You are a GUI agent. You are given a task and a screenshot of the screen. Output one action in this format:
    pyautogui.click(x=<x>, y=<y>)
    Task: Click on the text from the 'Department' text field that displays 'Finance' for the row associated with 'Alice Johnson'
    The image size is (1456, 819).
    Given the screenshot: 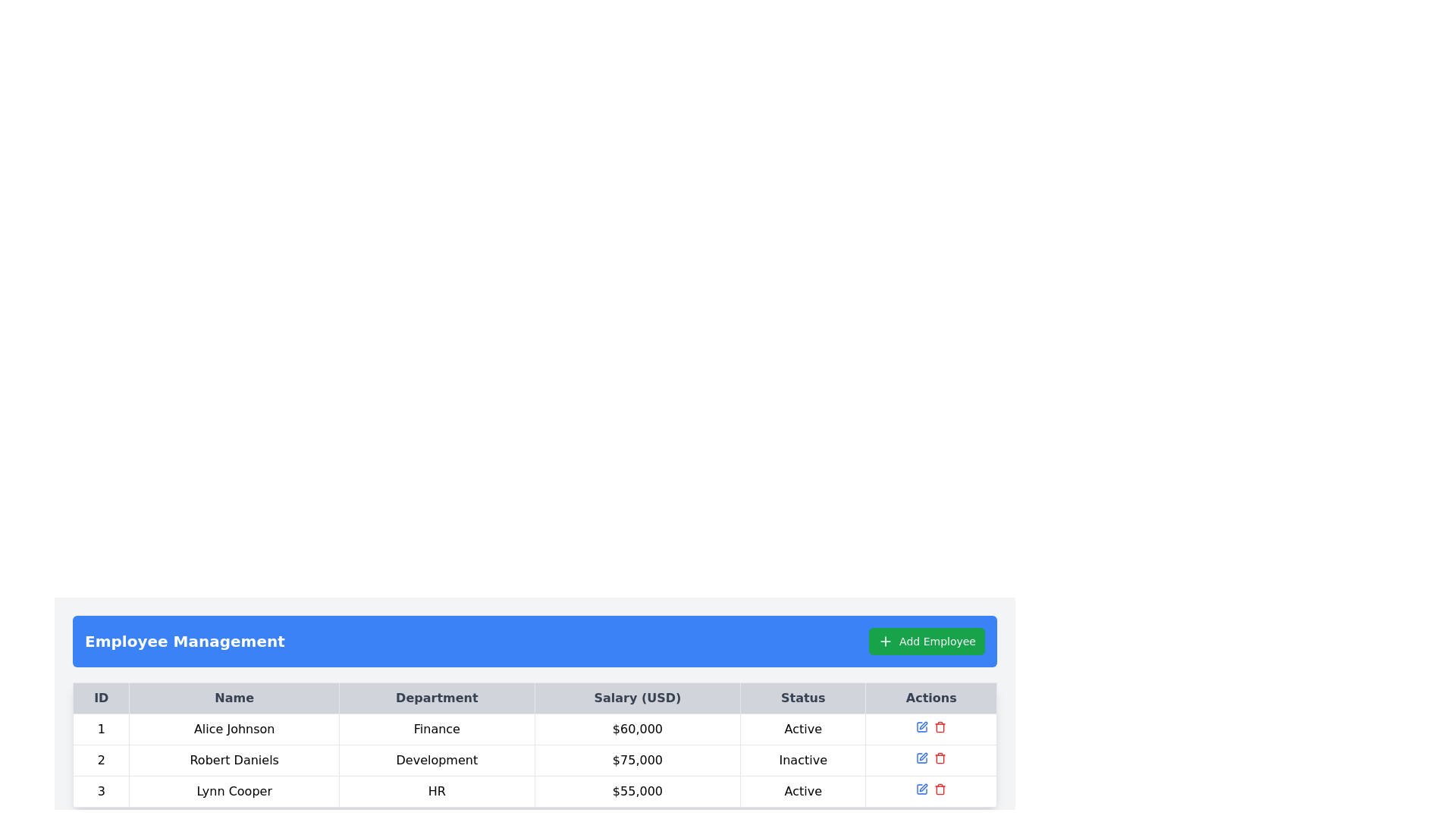 What is the action you would take?
    pyautogui.click(x=436, y=728)
    